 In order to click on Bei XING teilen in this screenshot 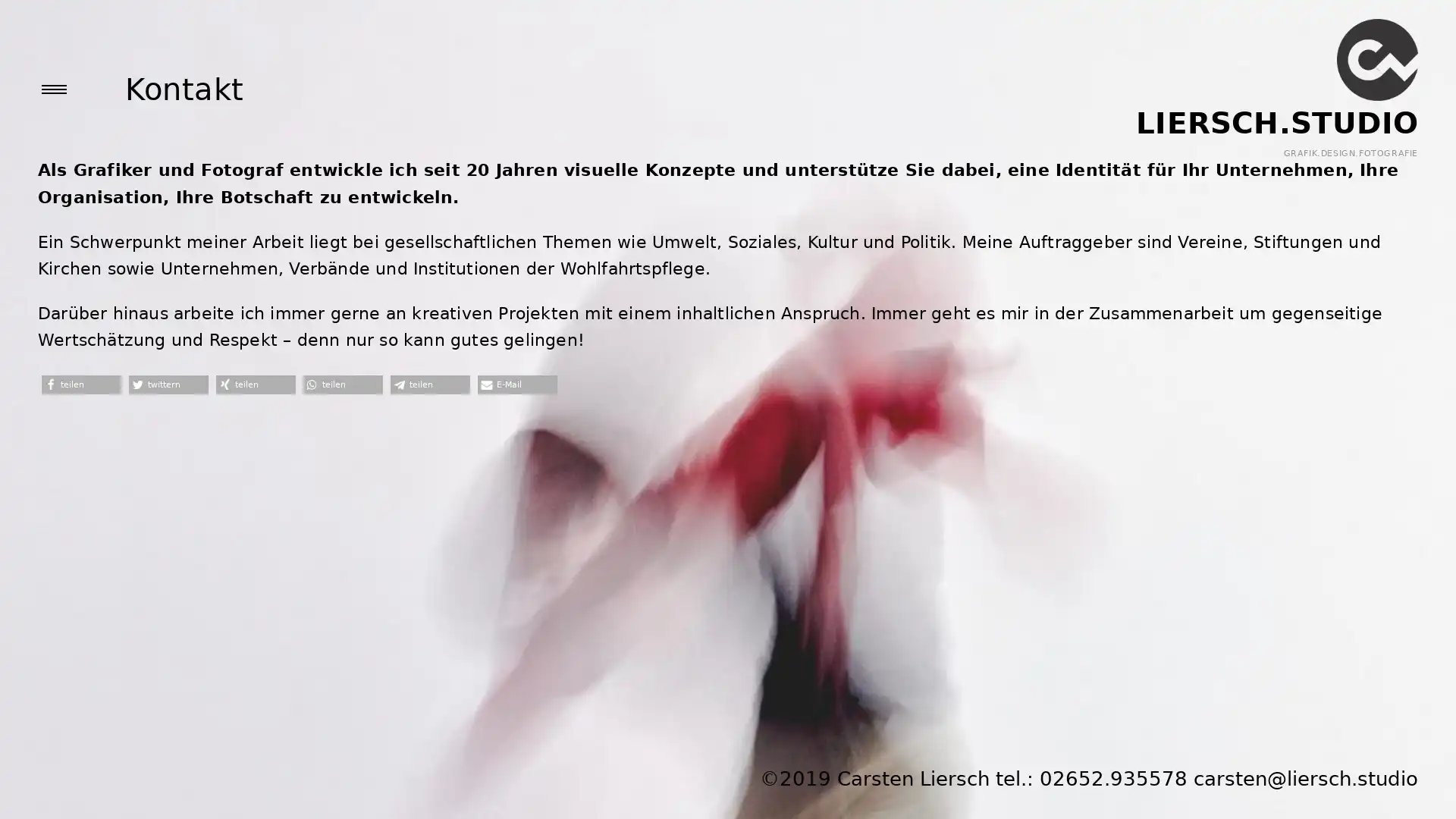, I will do `click(256, 570)`.